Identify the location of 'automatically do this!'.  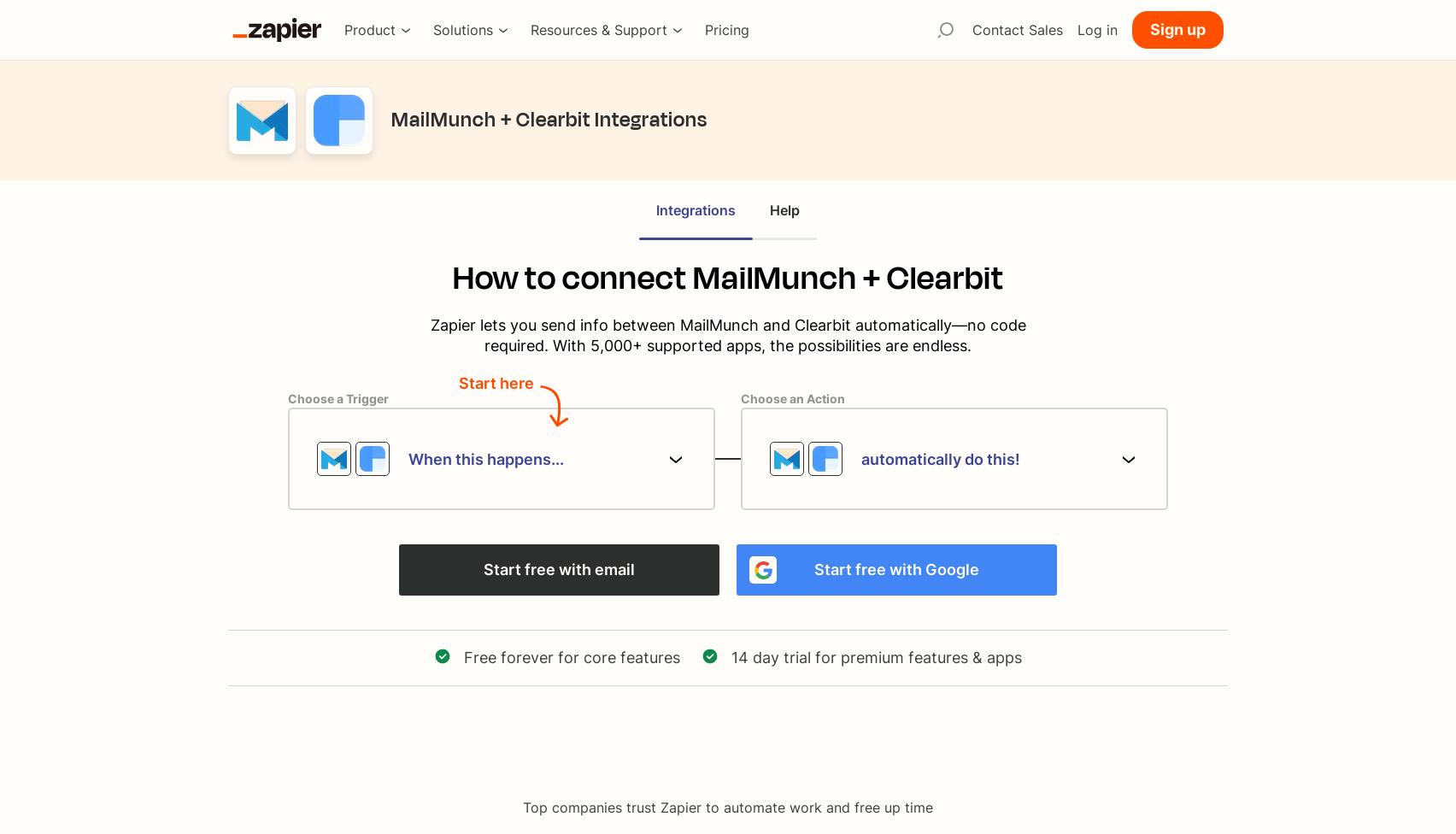
(860, 458).